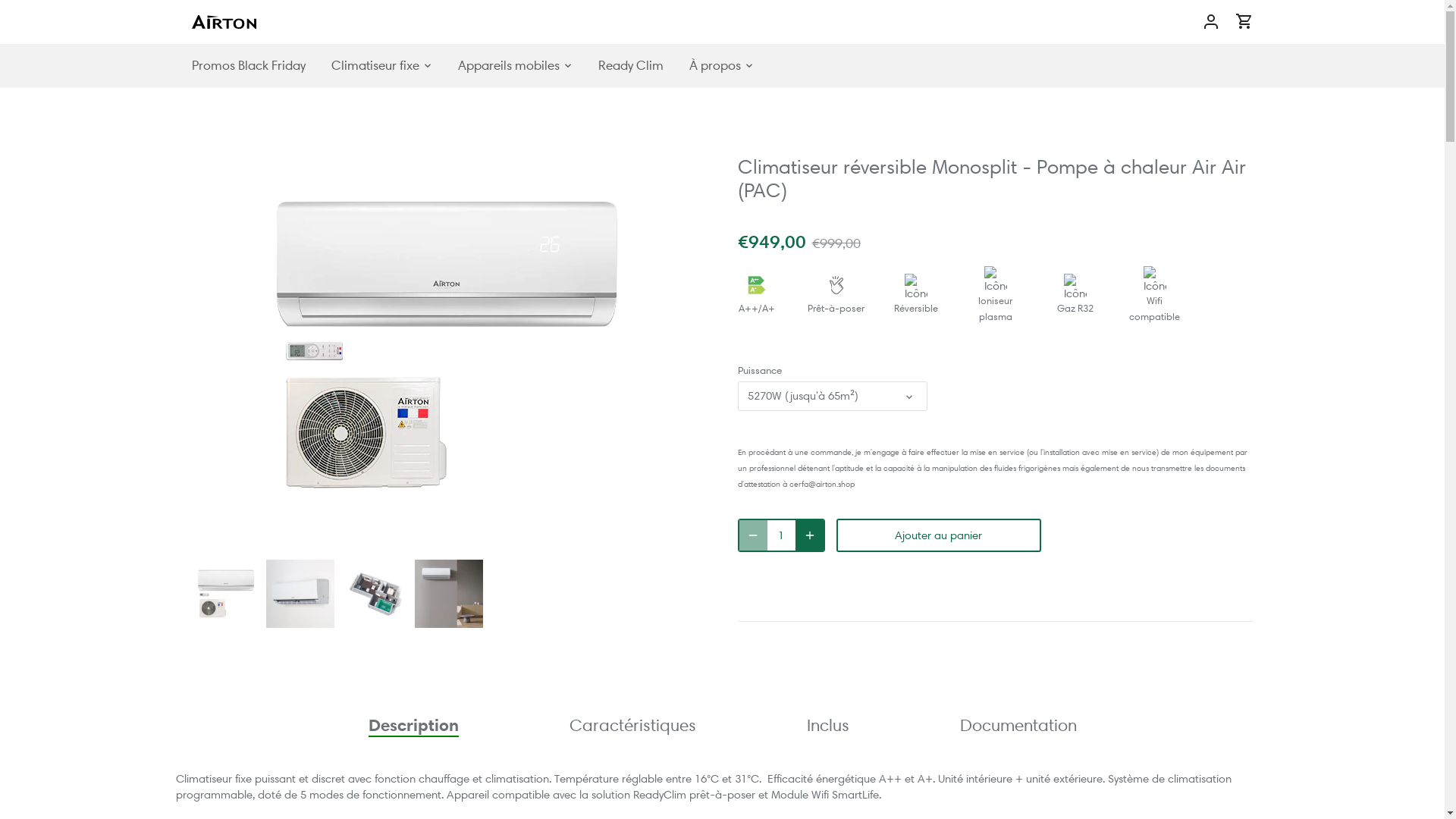  Describe the element at coordinates (806, 724) in the screenshot. I see `'Inclus'` at that location.